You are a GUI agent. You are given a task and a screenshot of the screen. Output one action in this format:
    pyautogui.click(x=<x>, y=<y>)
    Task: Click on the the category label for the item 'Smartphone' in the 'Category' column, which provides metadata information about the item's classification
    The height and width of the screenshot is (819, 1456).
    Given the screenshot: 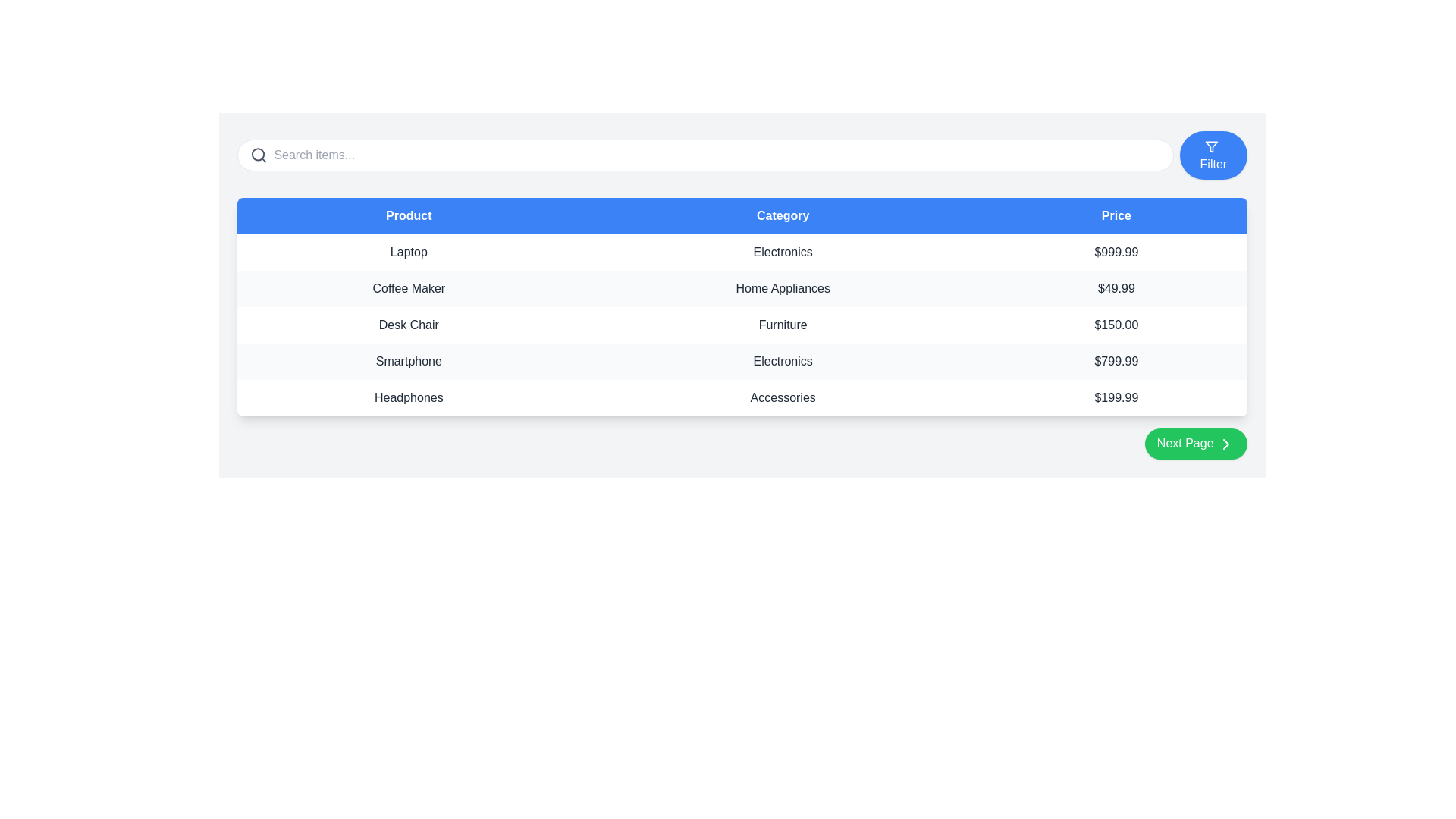 What is the action you would take?
    pyautogui.click(x=783, y=362)
    